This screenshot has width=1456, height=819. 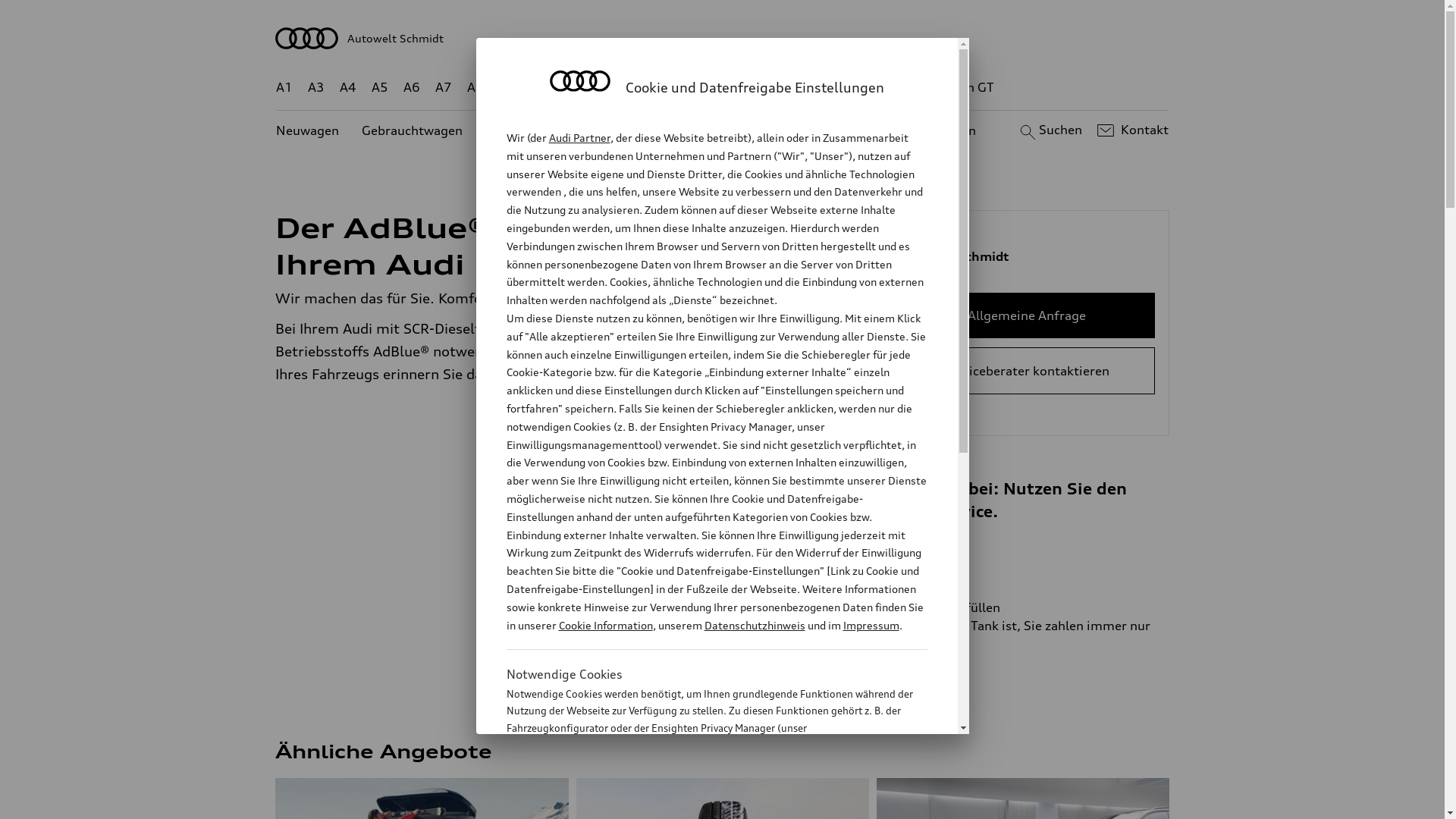 I want to click on 'Neuwagen', so click(x=276, y=130).